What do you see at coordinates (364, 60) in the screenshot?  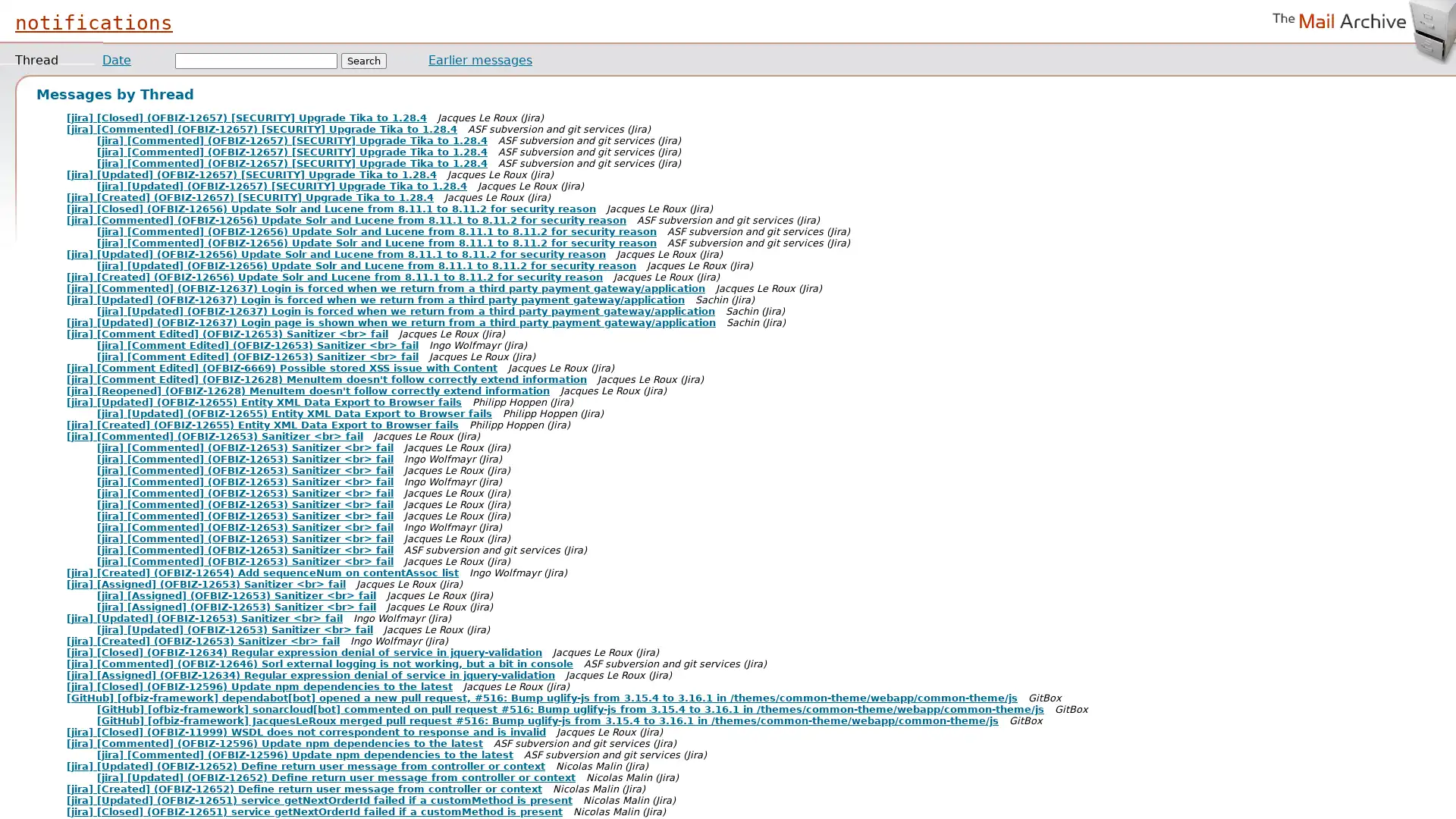 I see `Search` at bounding box center [364, 60].